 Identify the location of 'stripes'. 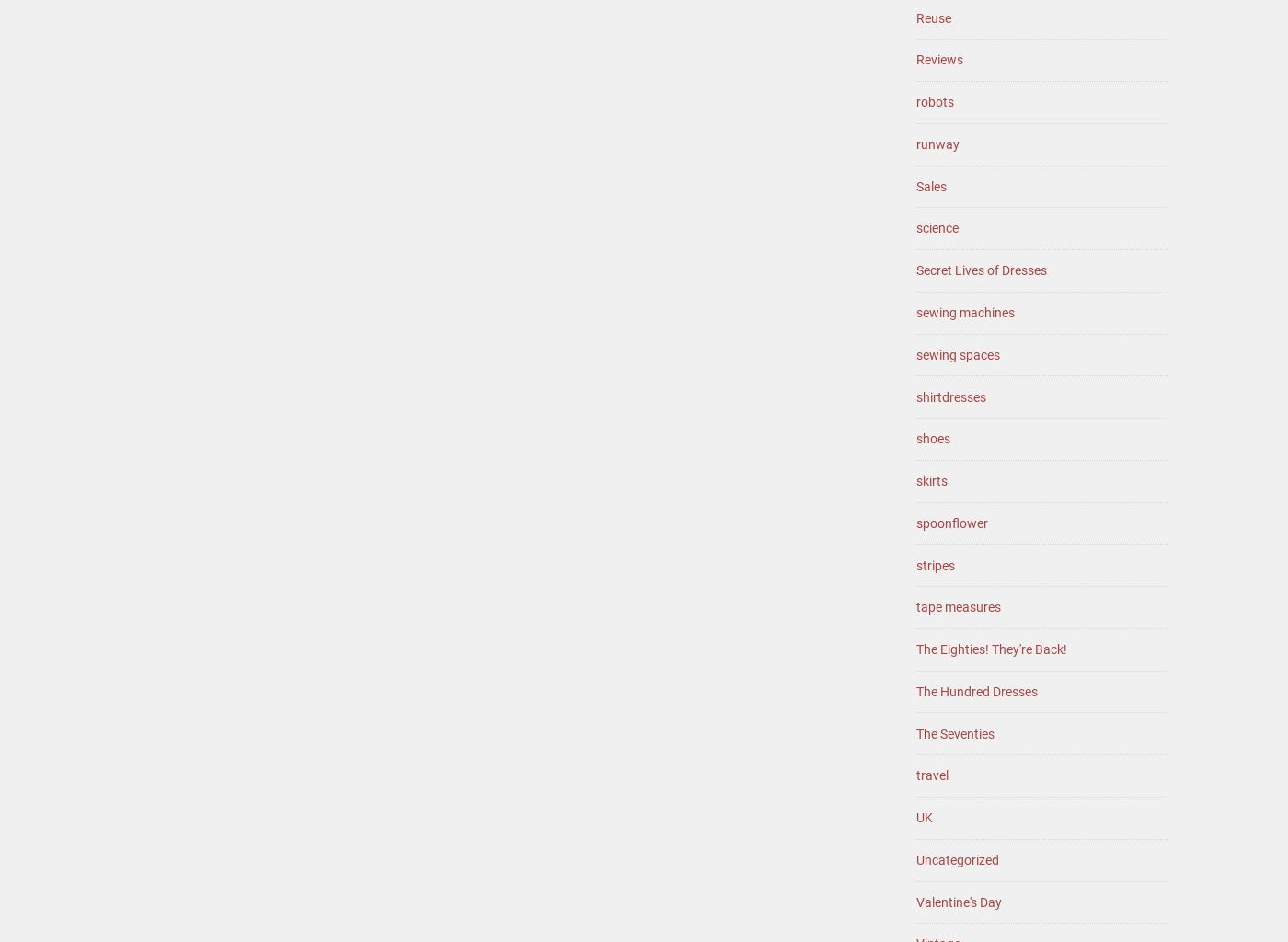
(935, 564).